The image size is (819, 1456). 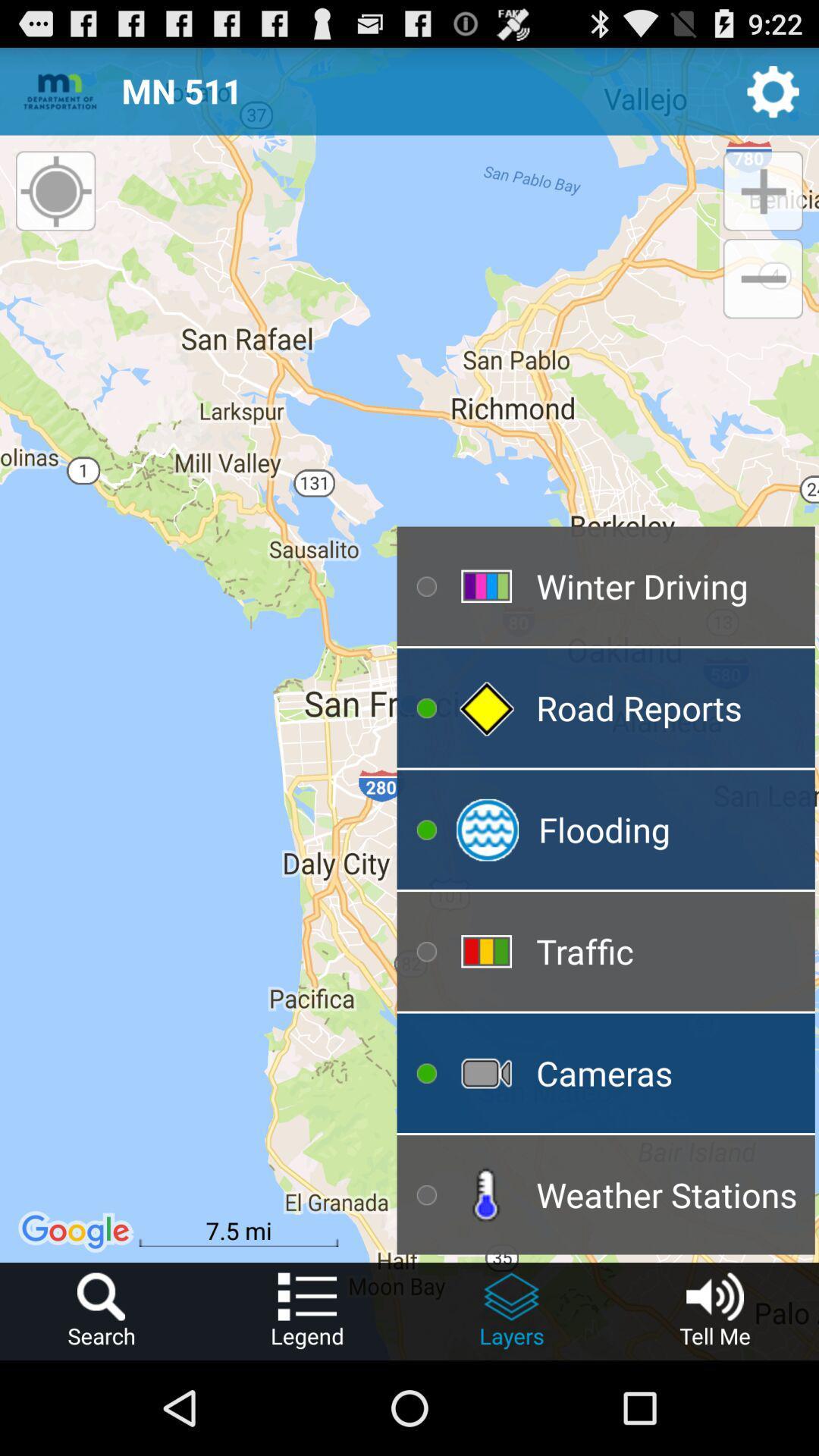 I want to click on app above winter driving, so click(x=763, y=278).